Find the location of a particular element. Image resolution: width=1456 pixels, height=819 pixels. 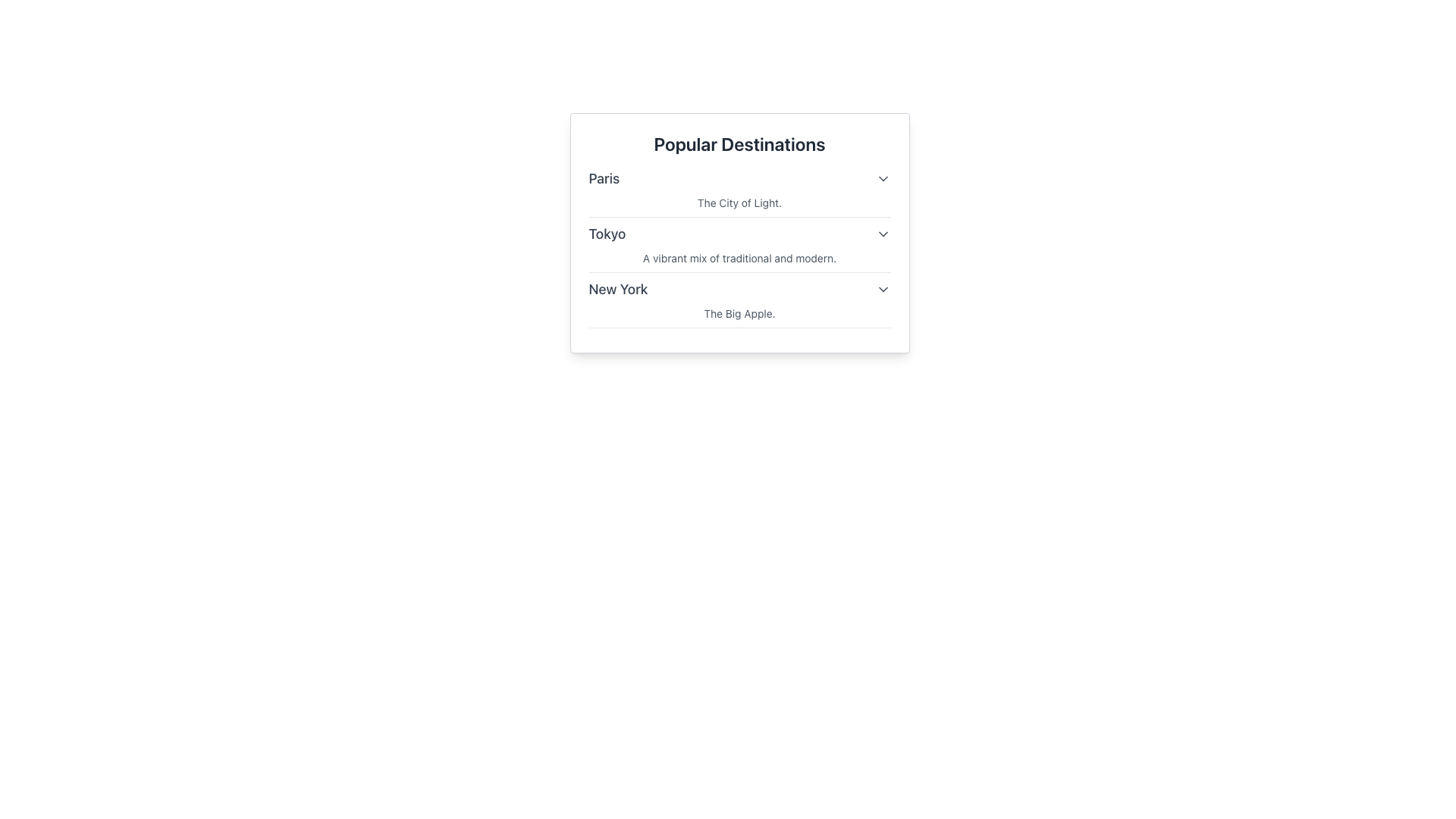

the downward-pointing chevron icon located to the right of the 'New York' text label in the third row of the 'Popular Destinations' dropdown list is located at coordinates (883, 289).